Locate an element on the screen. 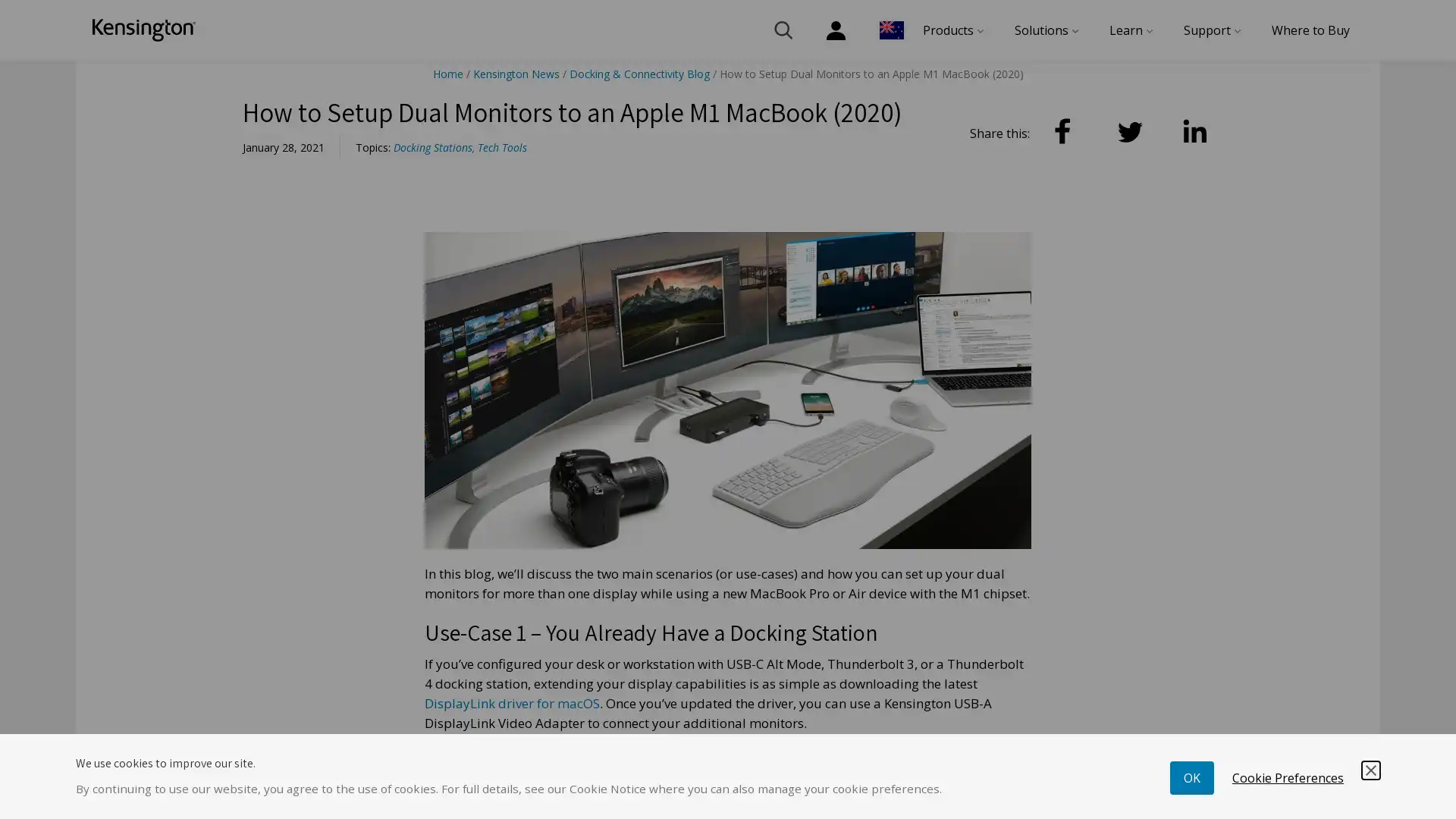 Image resolution: width=1456 pixels, height=819 pixels. Cookie Preferences is located at coordinates (1287, 778).